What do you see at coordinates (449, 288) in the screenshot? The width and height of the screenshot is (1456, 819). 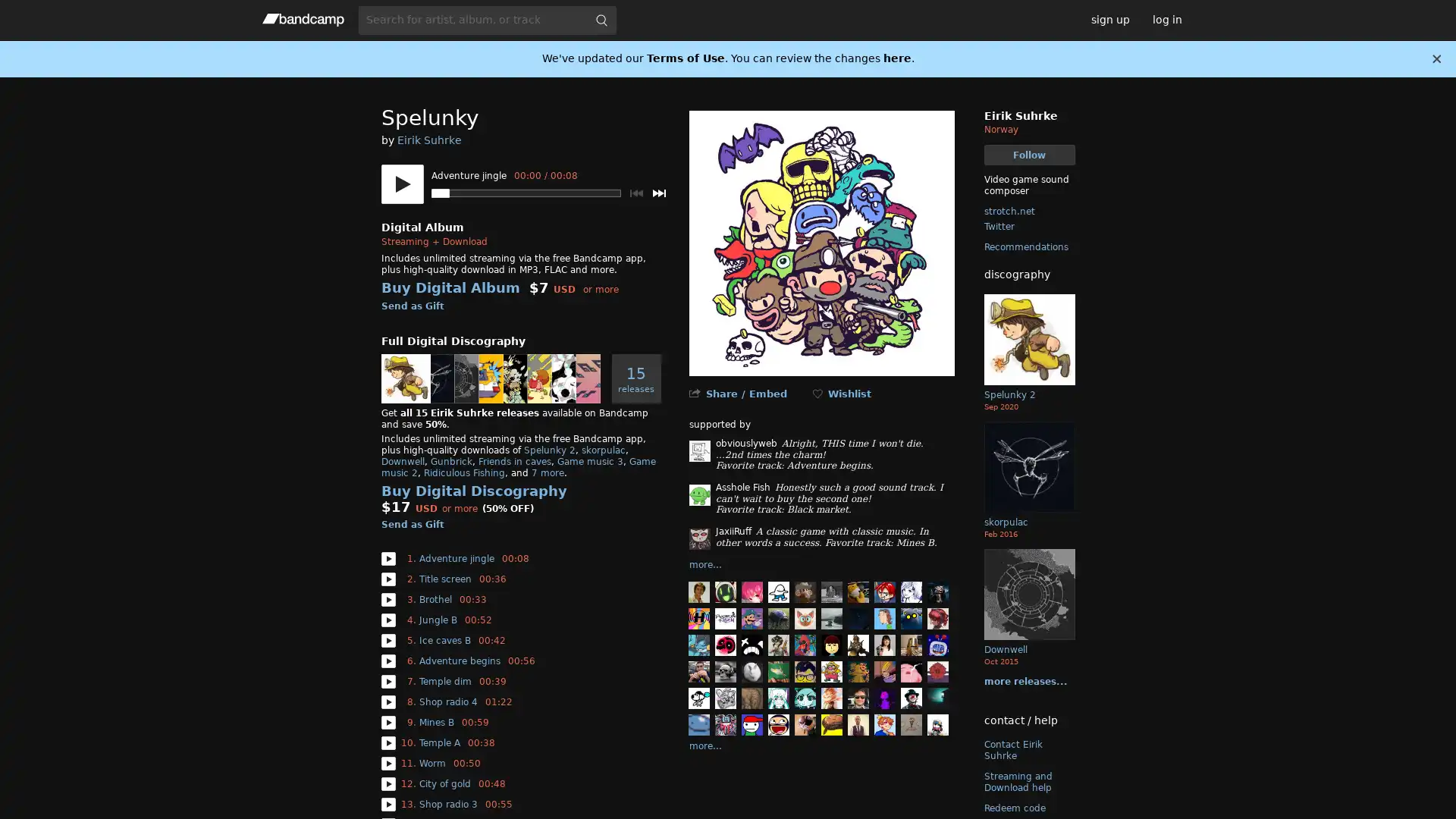 I see `Buy Digital Album` at bounding box center [449, 288].